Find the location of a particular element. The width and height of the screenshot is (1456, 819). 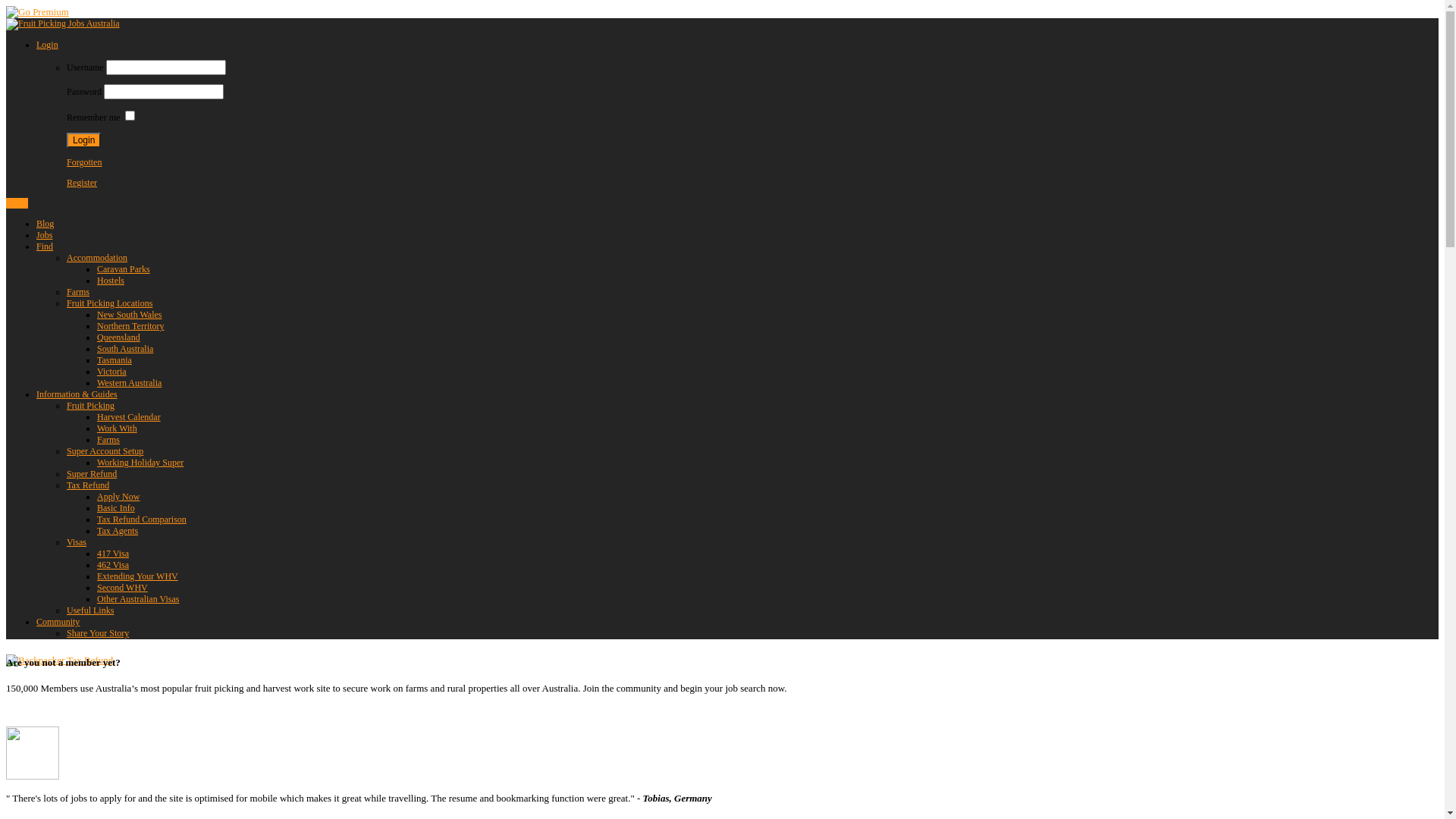

'Tax Refund' is located at coordinates (65, 485).